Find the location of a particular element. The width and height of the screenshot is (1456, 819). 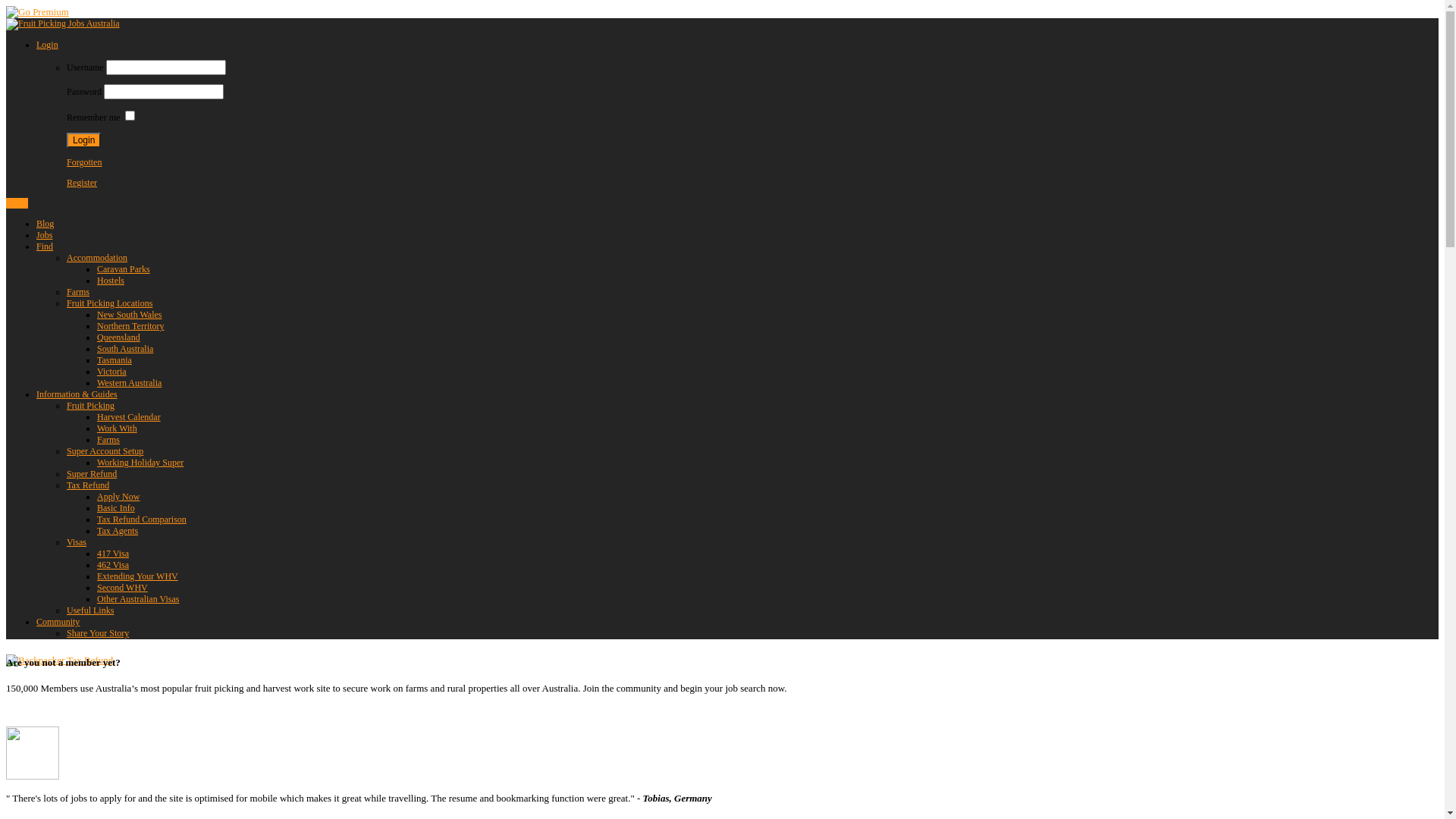

'Tax Refund' is located at coordinates (65, 485).